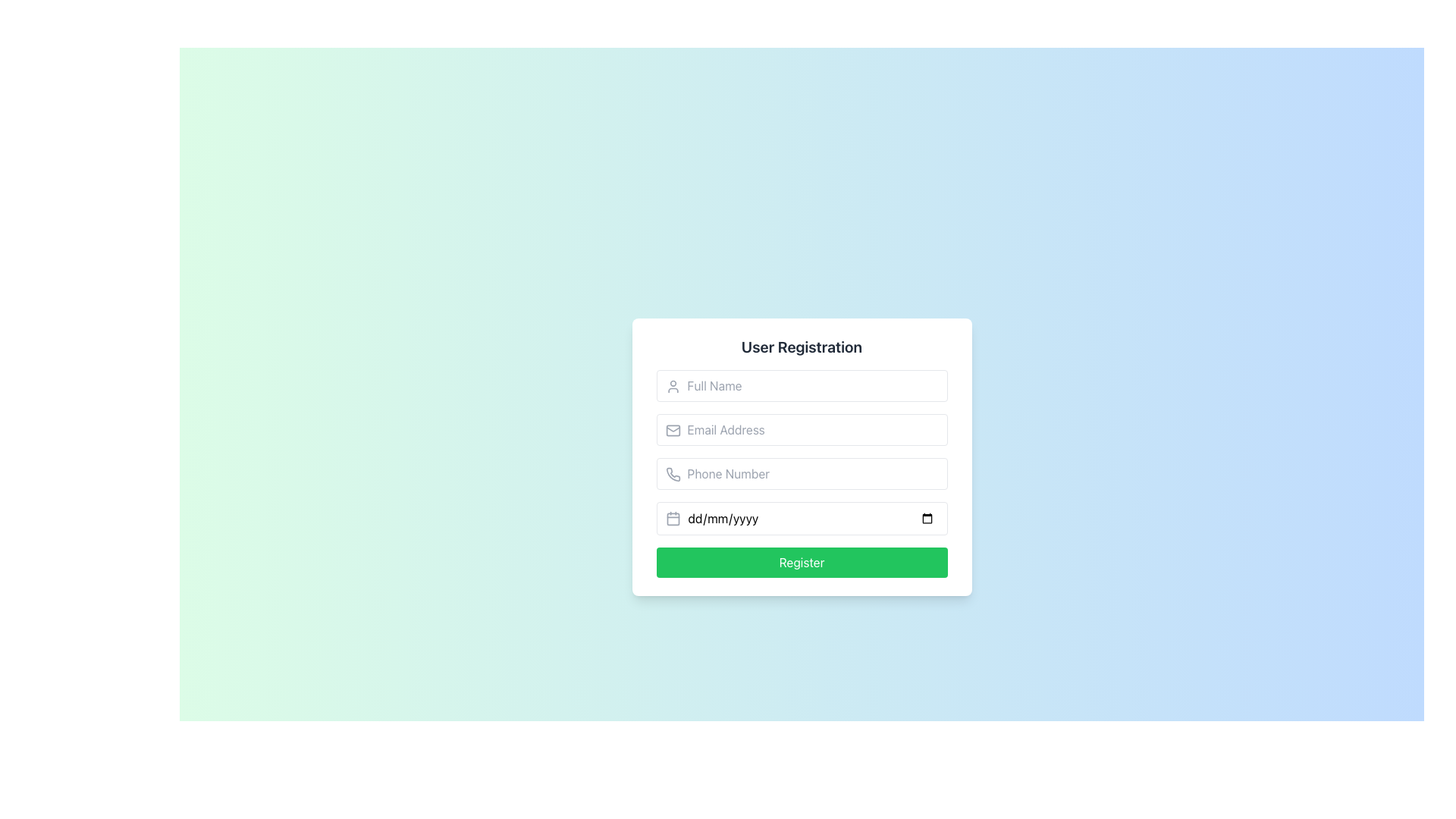 Image resolution: width=1456 pixels, height=819 pixels. What do you see at coordinates (672, 430) in the screenshot?
I see `the decorative envelope icon located to the left of the 'Email Address' input field in the registration form` at bounding box center [672, 430].